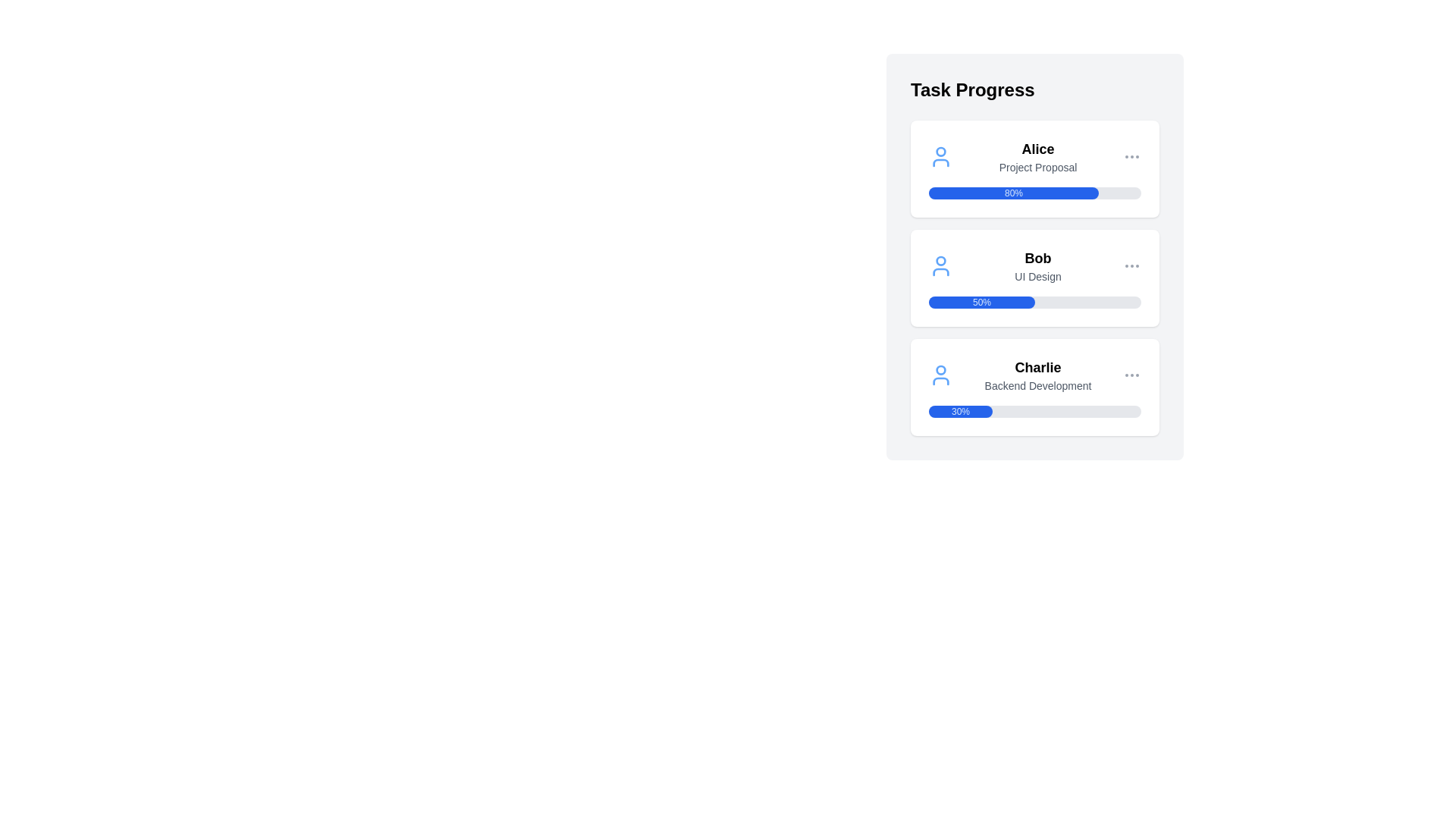  I want to click on the non-interactive text label heading that serves as a title for the task progress indicators, located at the top of the layout, so click(972, 90).